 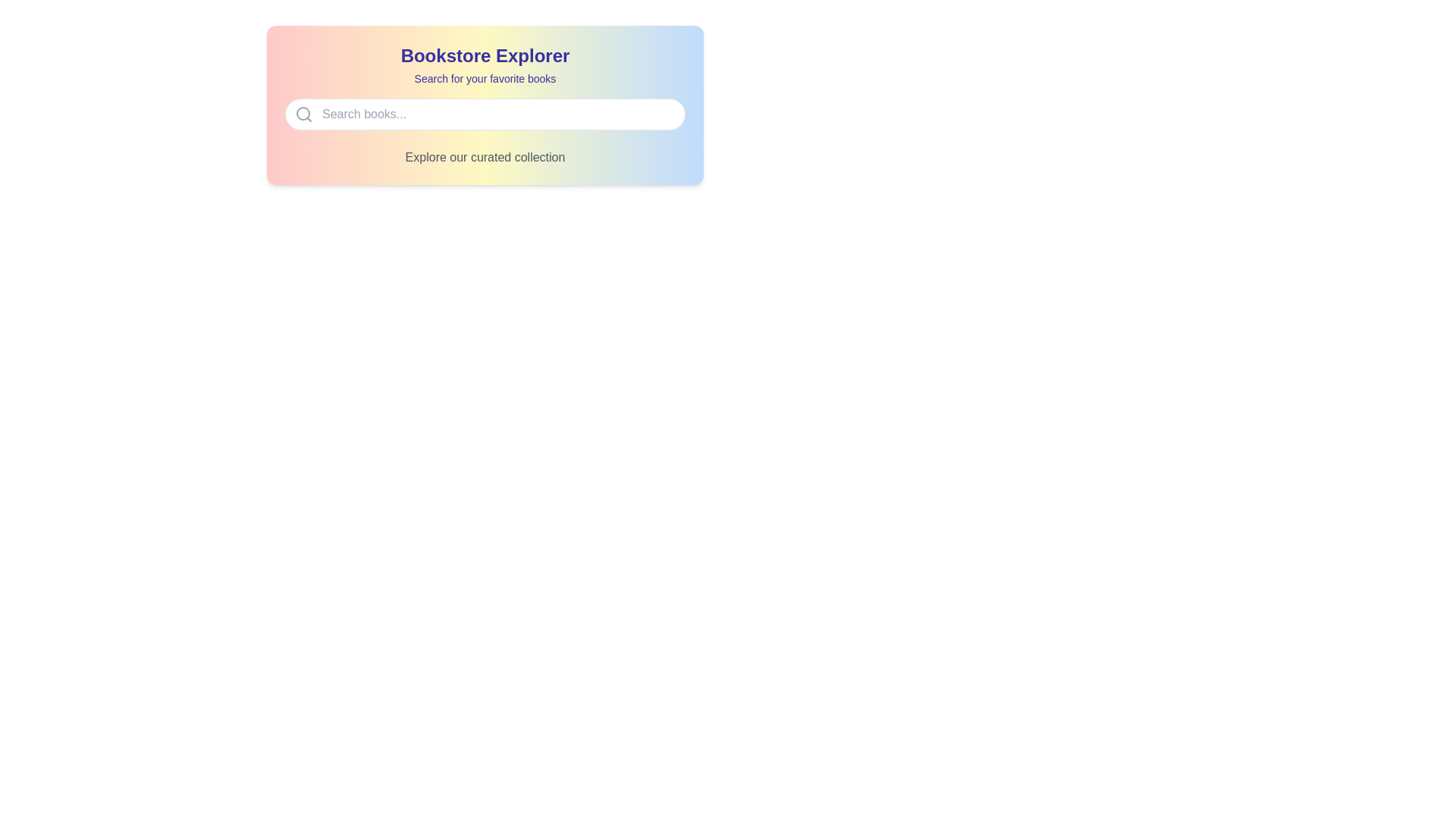 I want to click on the lowermost Text label that conveys information, located below the search bar within a gradient-colored rounded rectangle, so click(x=484, y=158).